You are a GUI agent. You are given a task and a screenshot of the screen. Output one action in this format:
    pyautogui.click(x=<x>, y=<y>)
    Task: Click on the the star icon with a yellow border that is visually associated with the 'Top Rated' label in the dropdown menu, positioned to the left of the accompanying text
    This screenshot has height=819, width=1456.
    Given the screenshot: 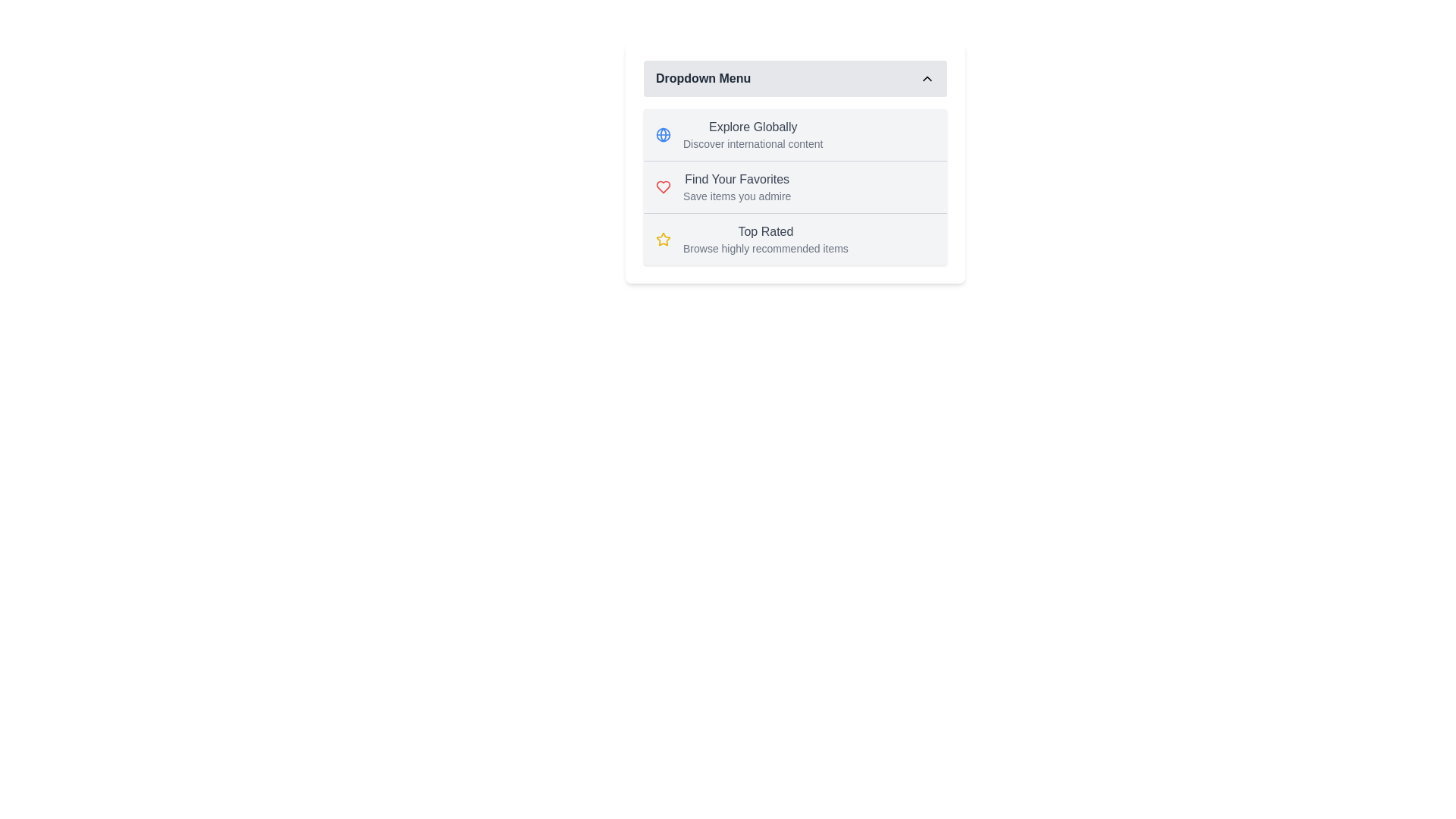 What is the action you would take?
    pyautogui.click(x=663, y=239)
    